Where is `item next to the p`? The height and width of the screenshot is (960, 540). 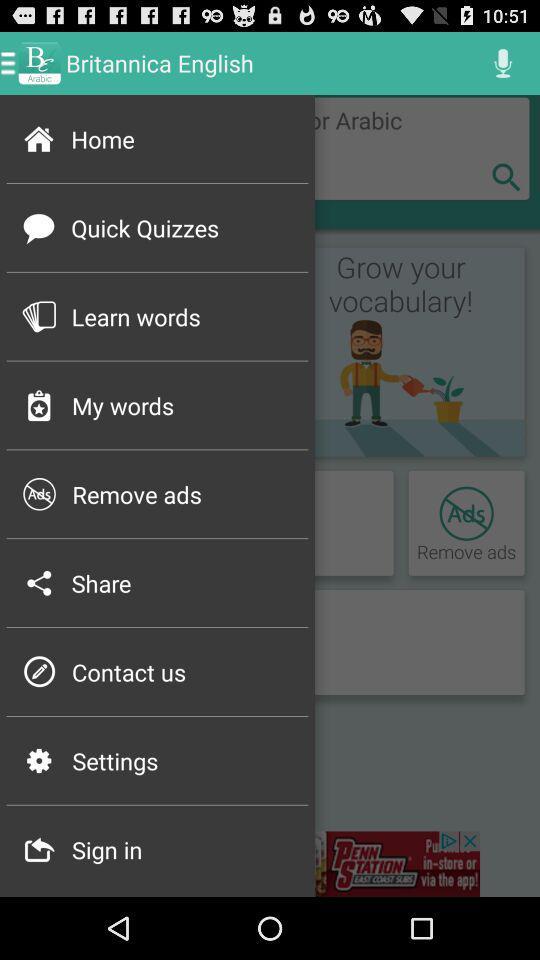
item next to the p is located at coordinates (183, 672).